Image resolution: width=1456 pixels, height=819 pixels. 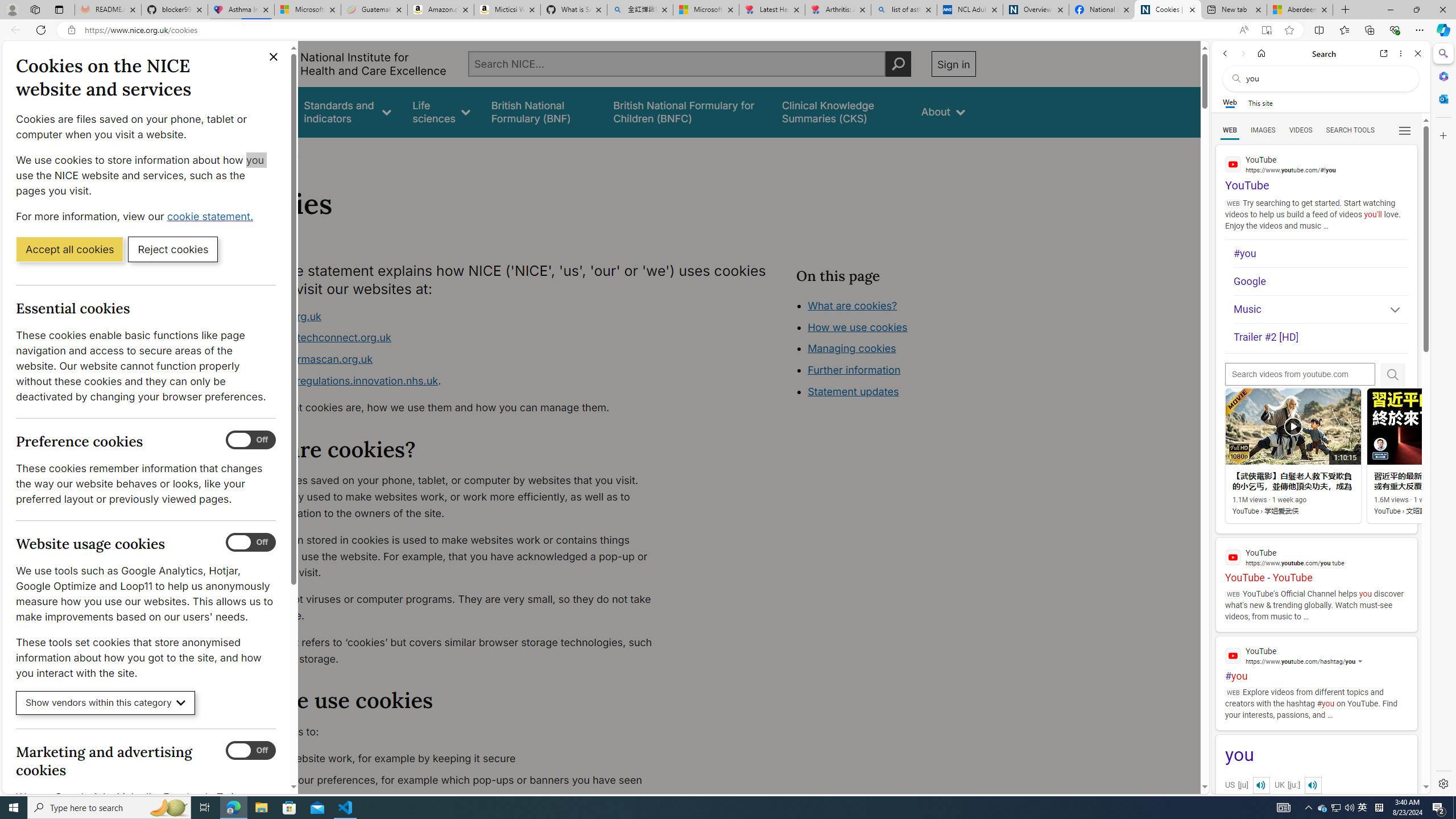 I want to click on 'Class: in-page-nav__list', so click(x=885, y=349).